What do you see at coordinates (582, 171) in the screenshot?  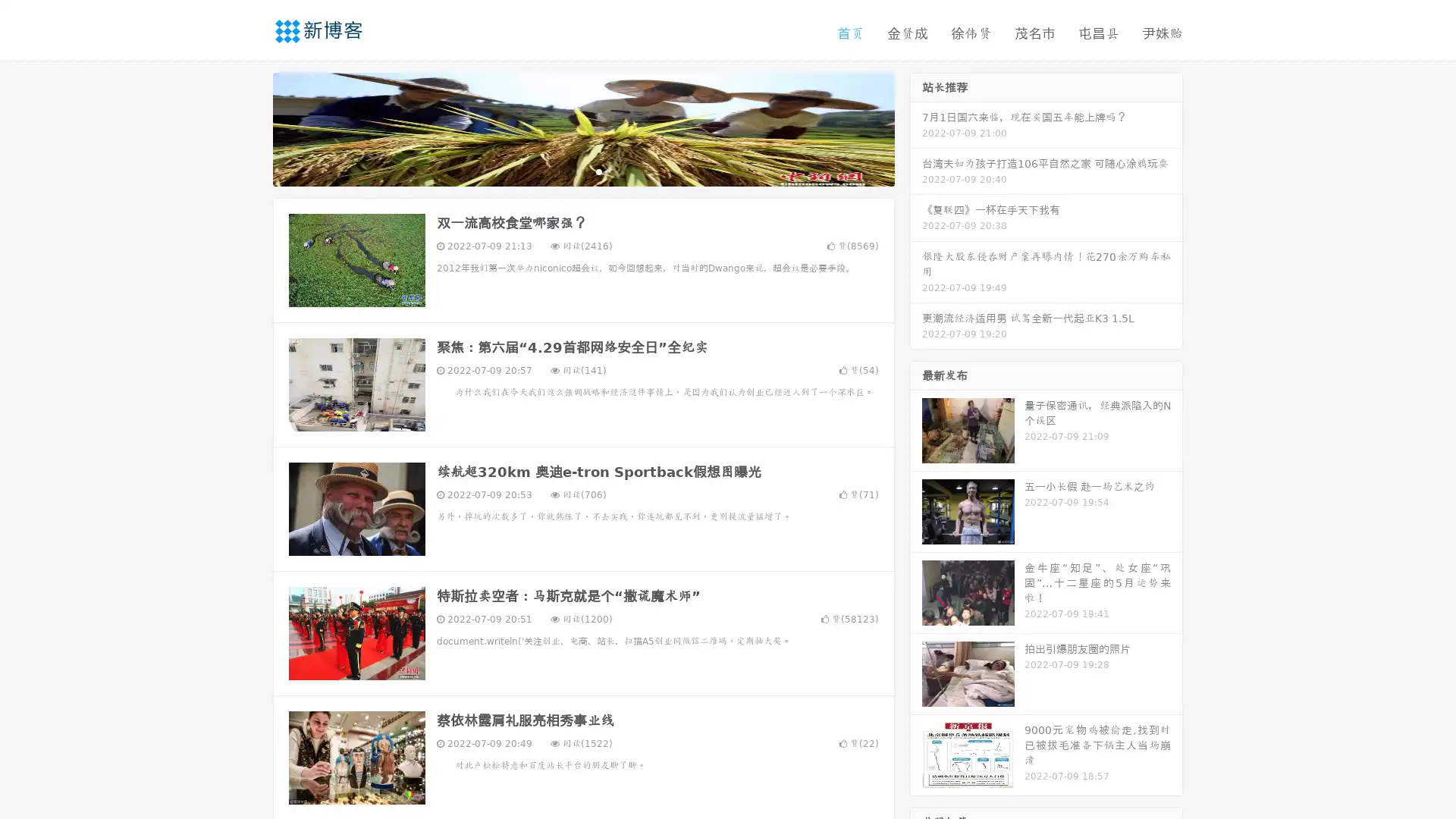 I see `Go to slide 2` at bounding box center [582, 171].